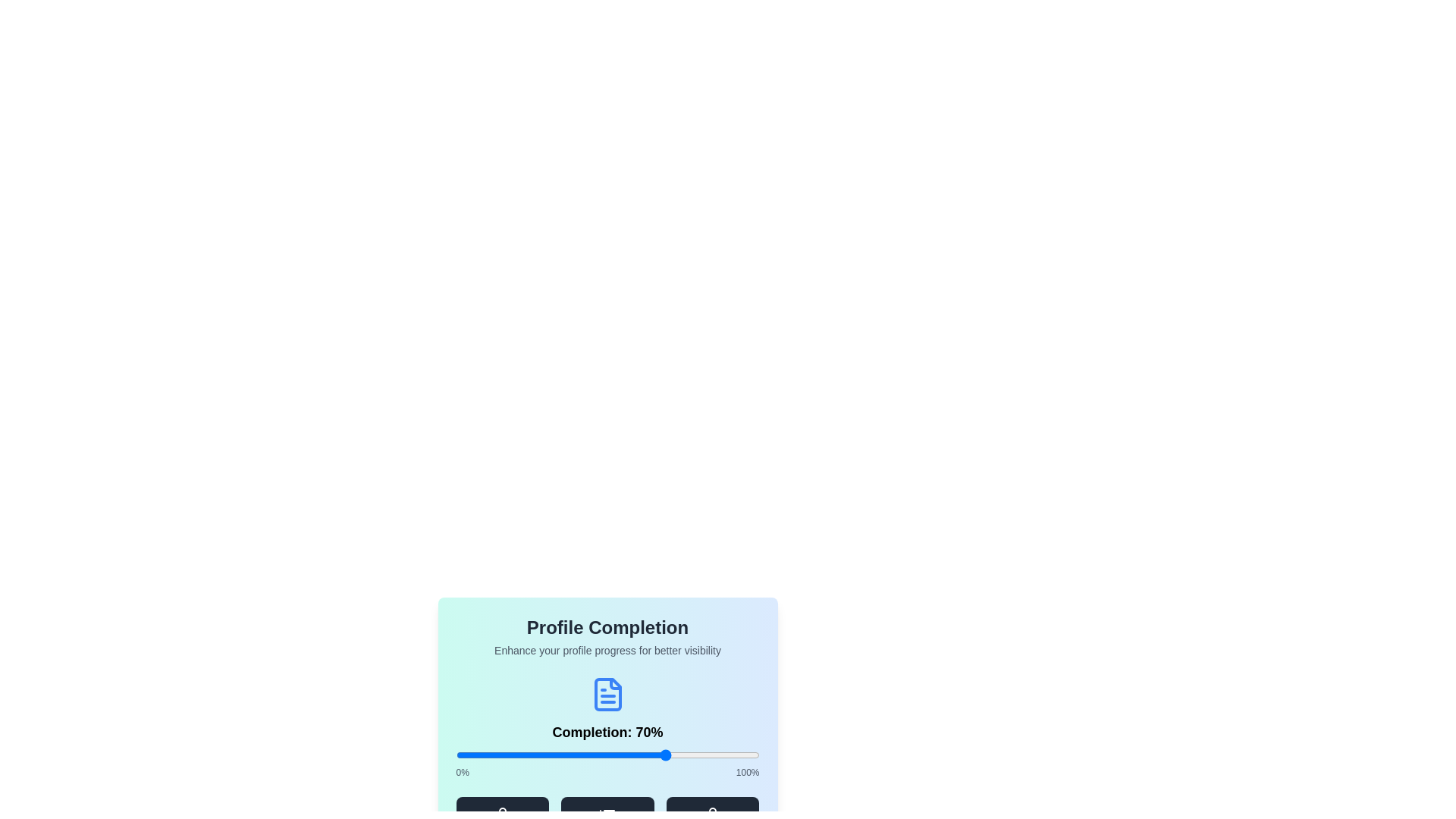  What do you see at coordinates (570, 755) in the screenshot?
I see `the profile completion slider` at bounding box center [570, 755].